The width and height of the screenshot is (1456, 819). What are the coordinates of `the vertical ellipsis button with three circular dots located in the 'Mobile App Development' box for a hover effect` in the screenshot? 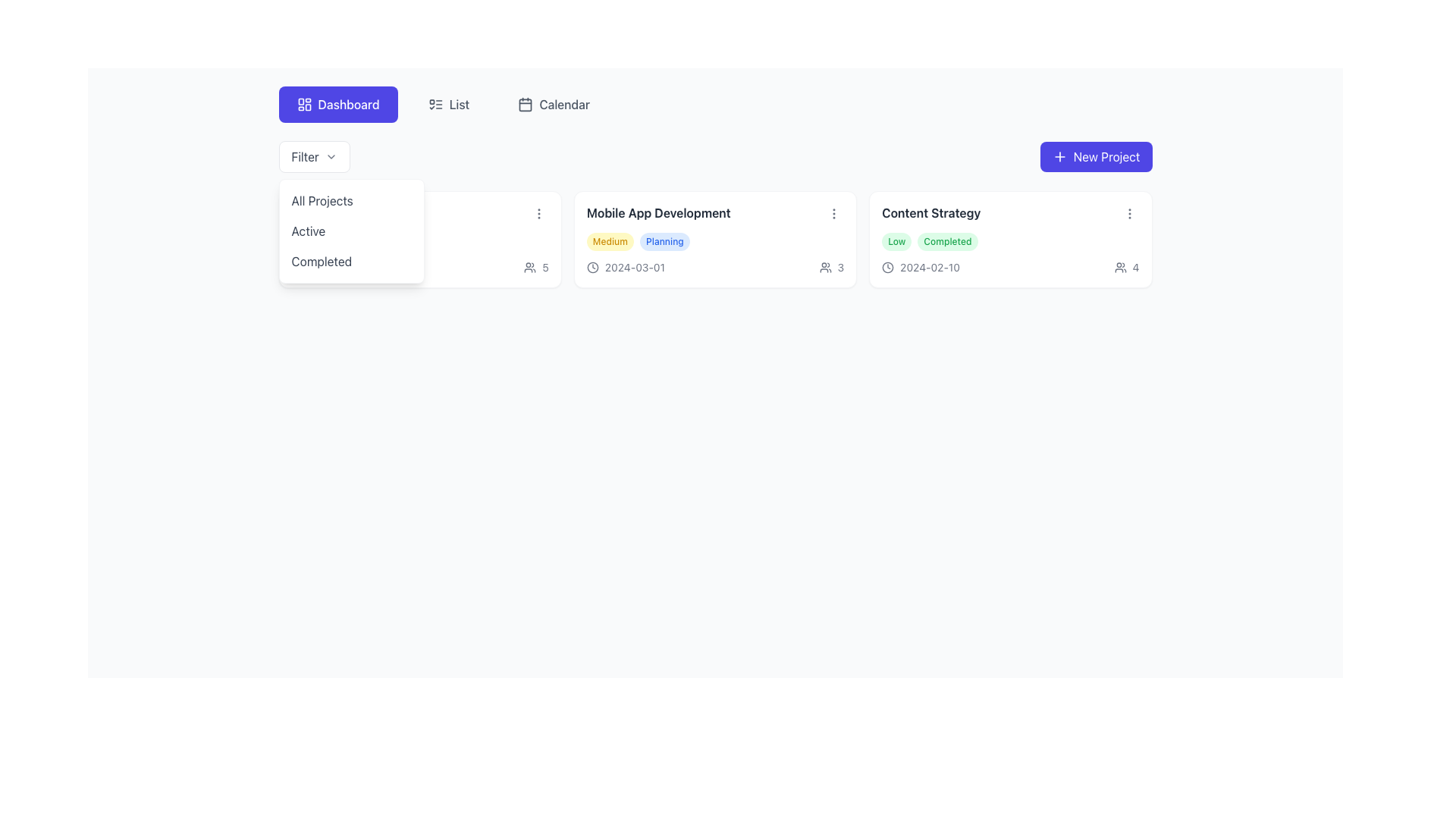 It's located at (833, 213).